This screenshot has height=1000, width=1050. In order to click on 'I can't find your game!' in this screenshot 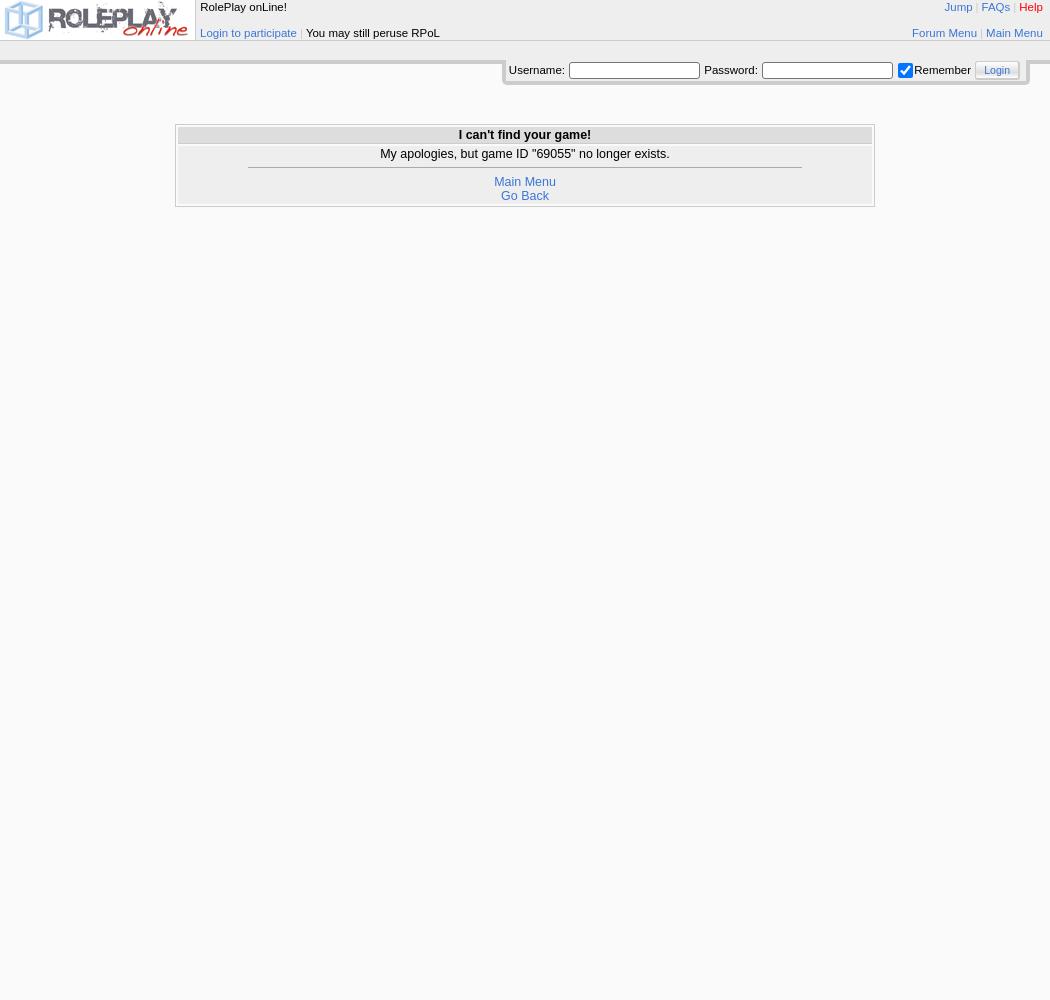, I will do `click(458, 135)`.